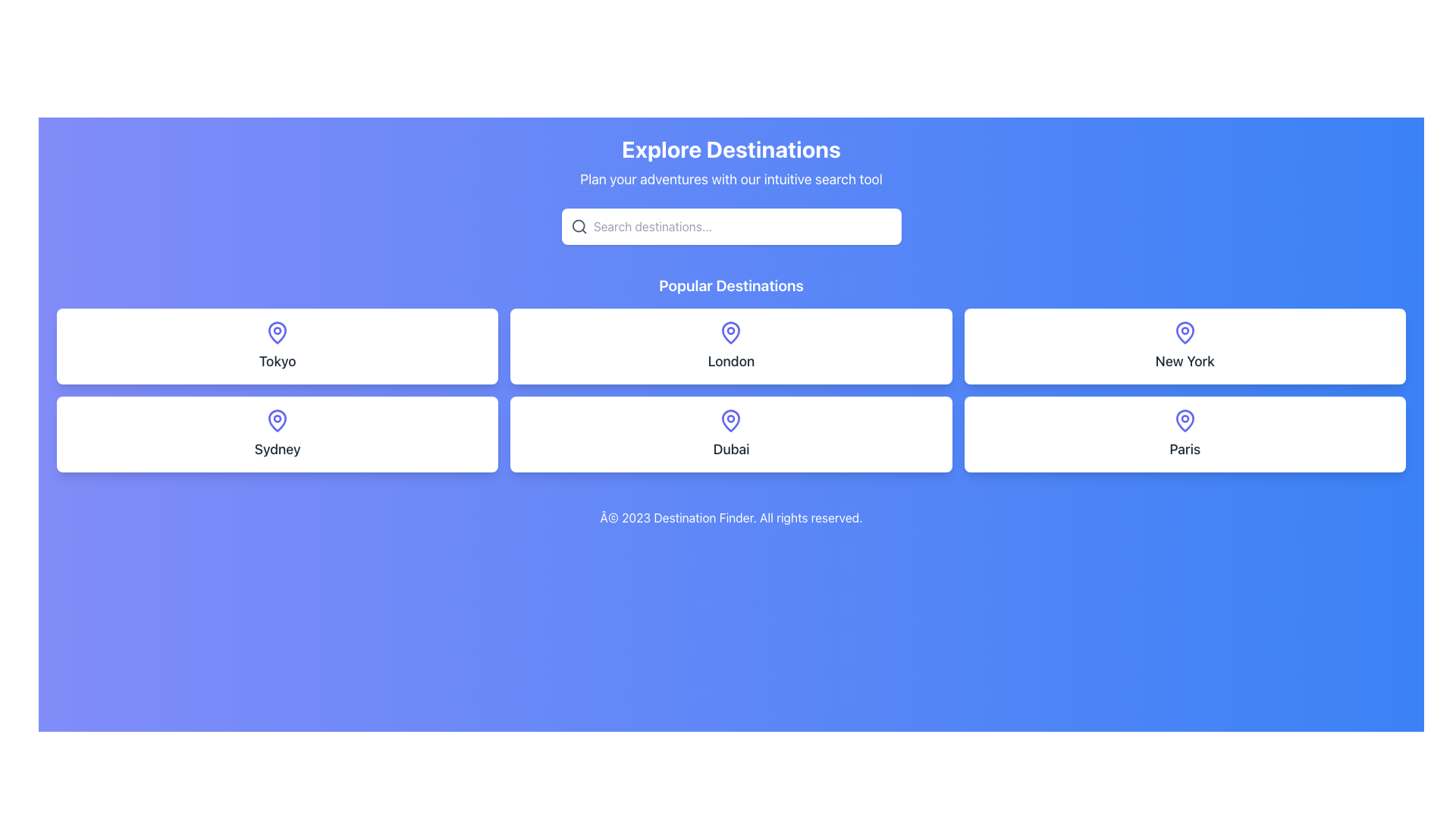  I want to click on the text label displaying 'Paris' located within the second rounded white card in the 'Popular Destinations' section, so click(1184, 449).